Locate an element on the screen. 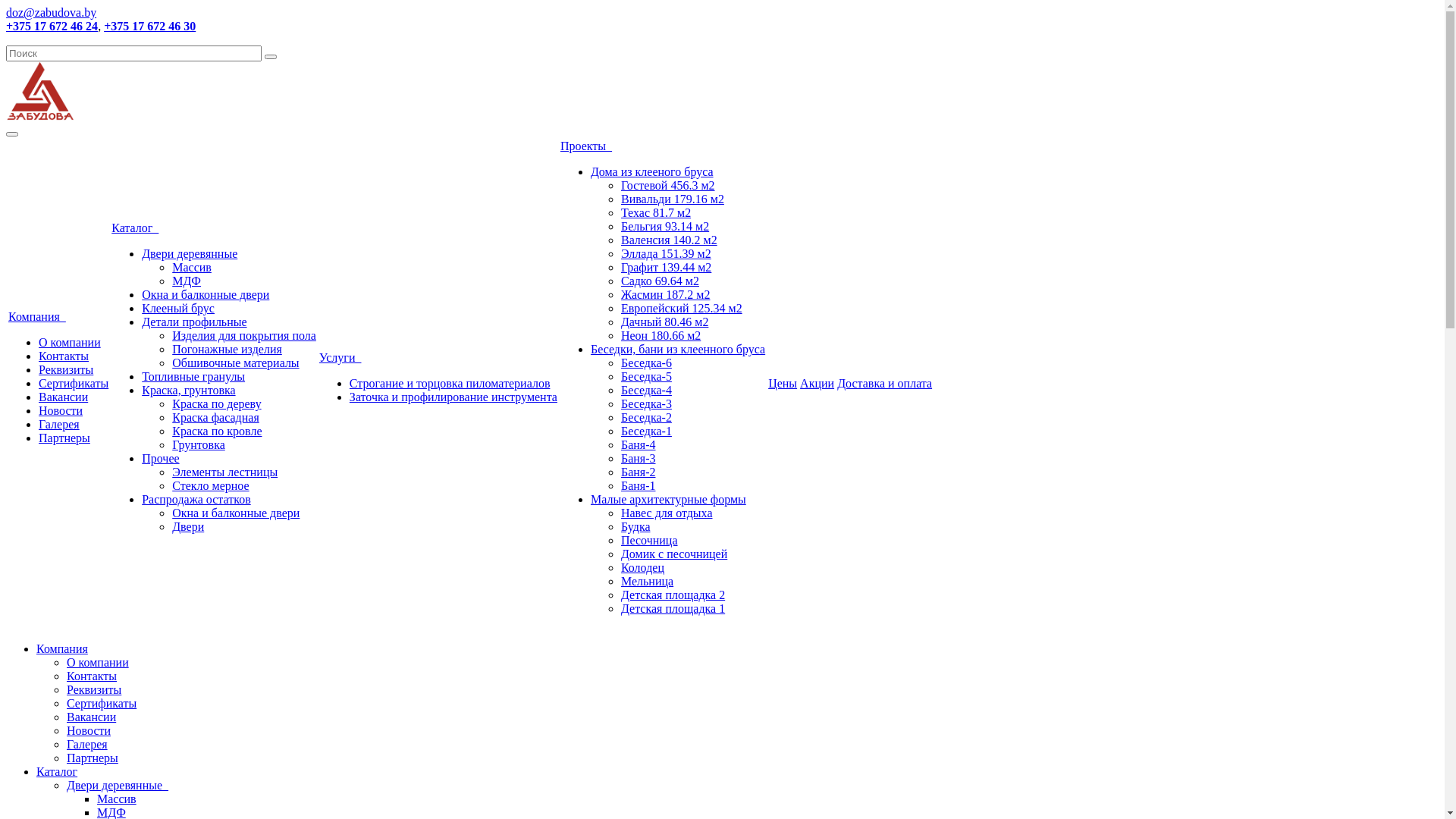  'logo.png' is located at coordinates (39, 90).